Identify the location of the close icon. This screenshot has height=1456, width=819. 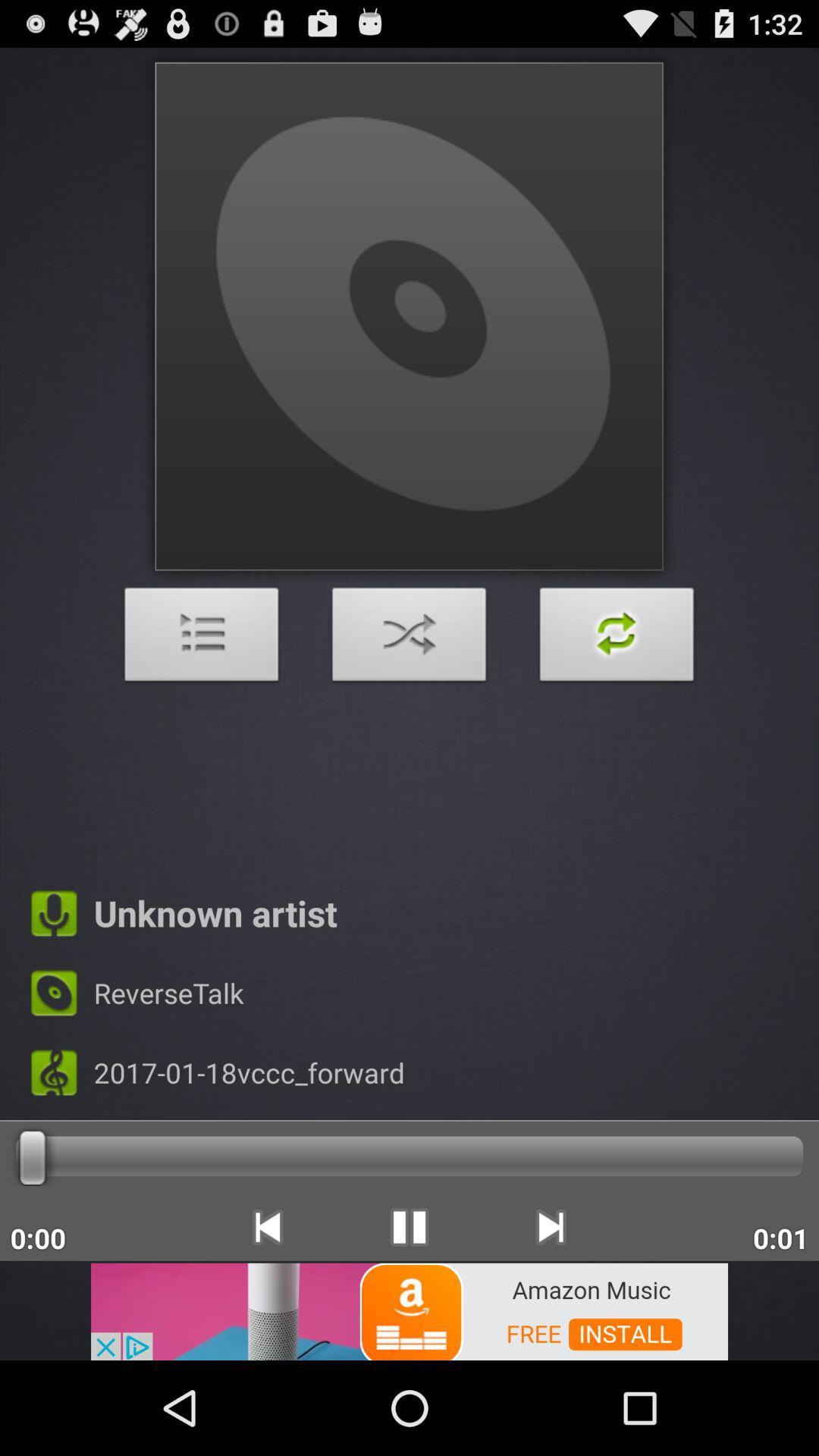
(409, 682).